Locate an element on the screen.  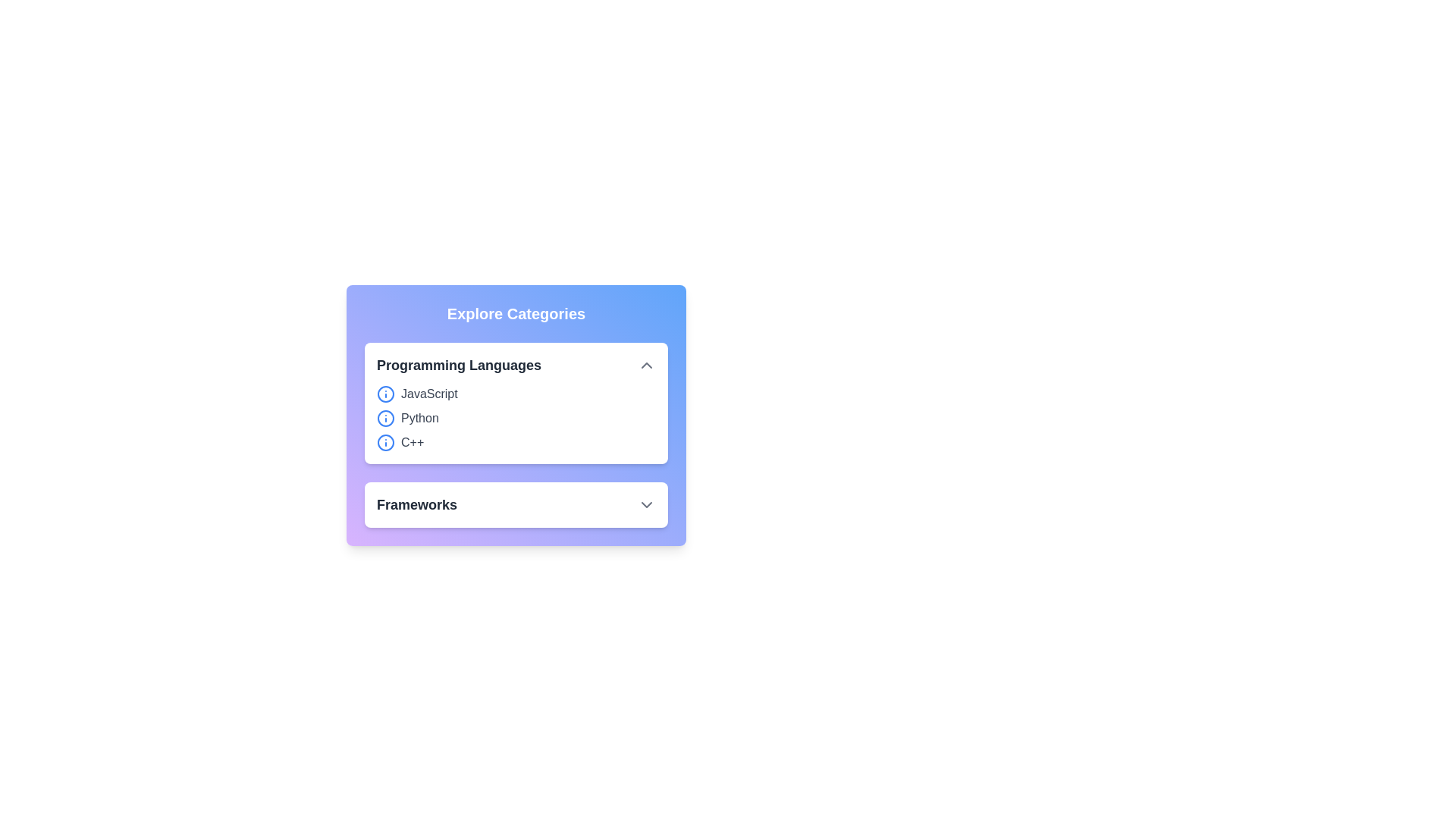
the info icon next to Python to inspect the item is located at coordinates (385, 418).